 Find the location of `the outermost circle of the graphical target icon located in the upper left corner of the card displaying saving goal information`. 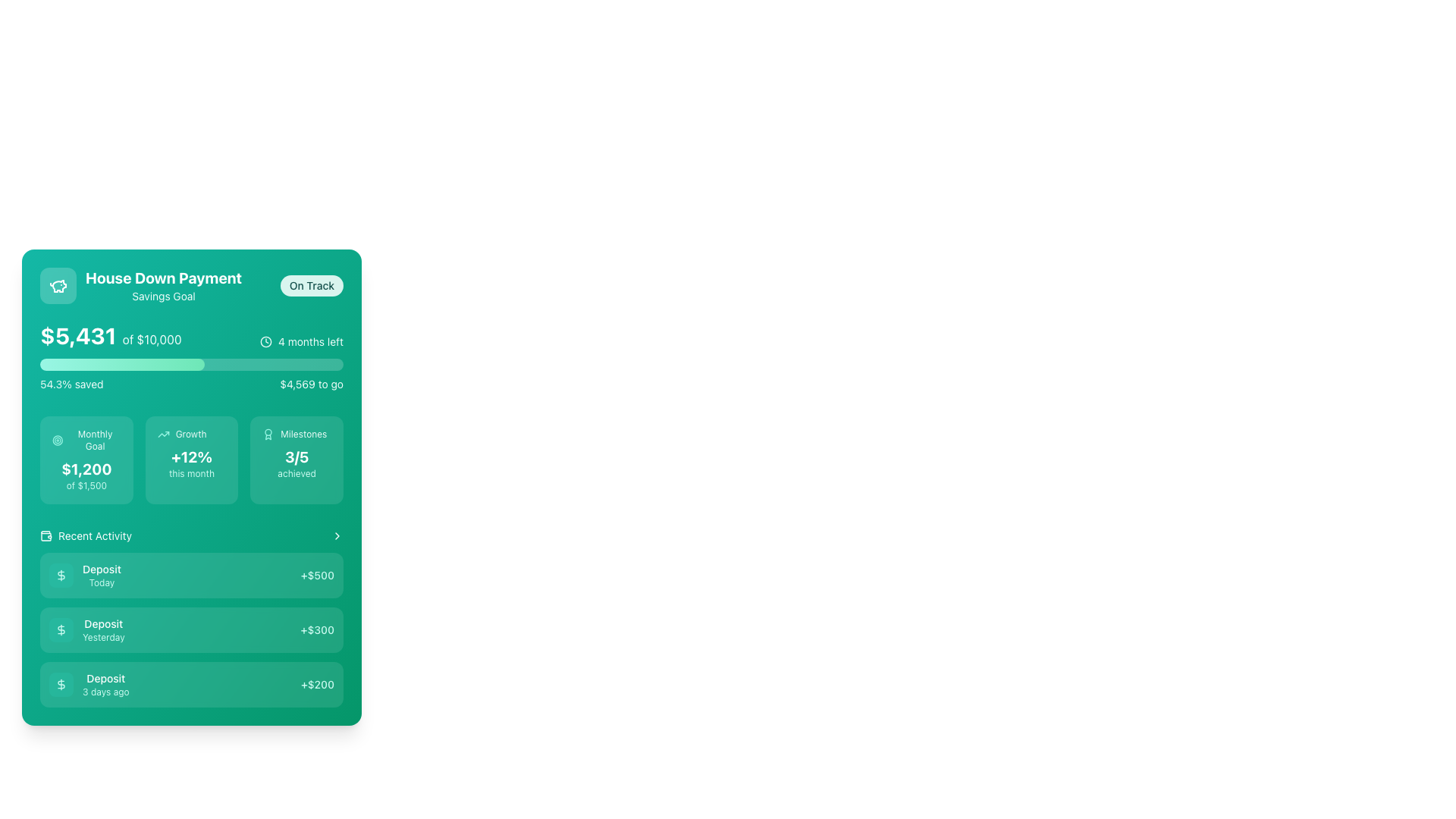

the outermost circle of the graphical target icon located in the upper left corner of the card displaying saving goal information is located at coordinates (58, 441).